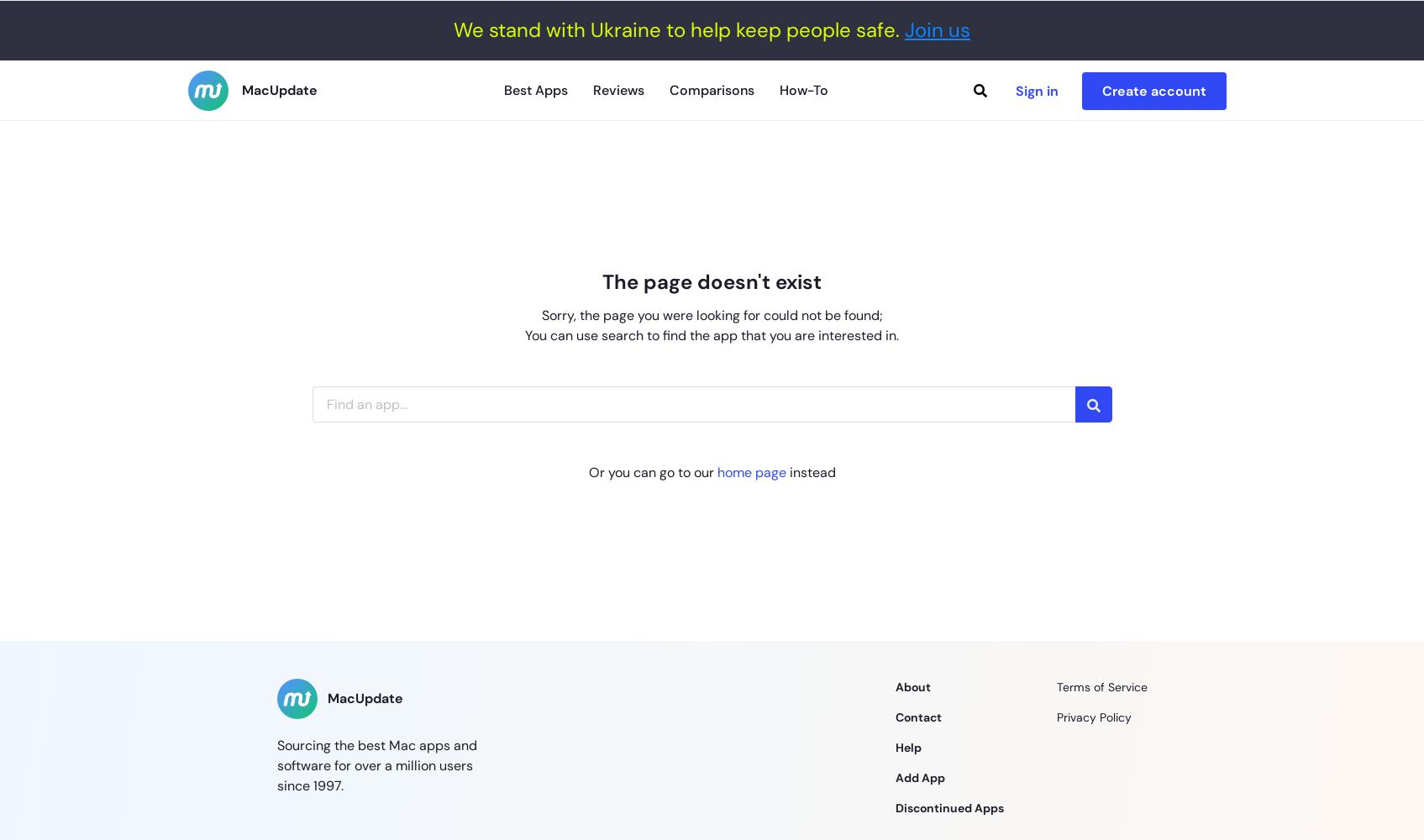  I want to click on 'Sorry, the page you were looking for could not be found;', so click(711, 315).